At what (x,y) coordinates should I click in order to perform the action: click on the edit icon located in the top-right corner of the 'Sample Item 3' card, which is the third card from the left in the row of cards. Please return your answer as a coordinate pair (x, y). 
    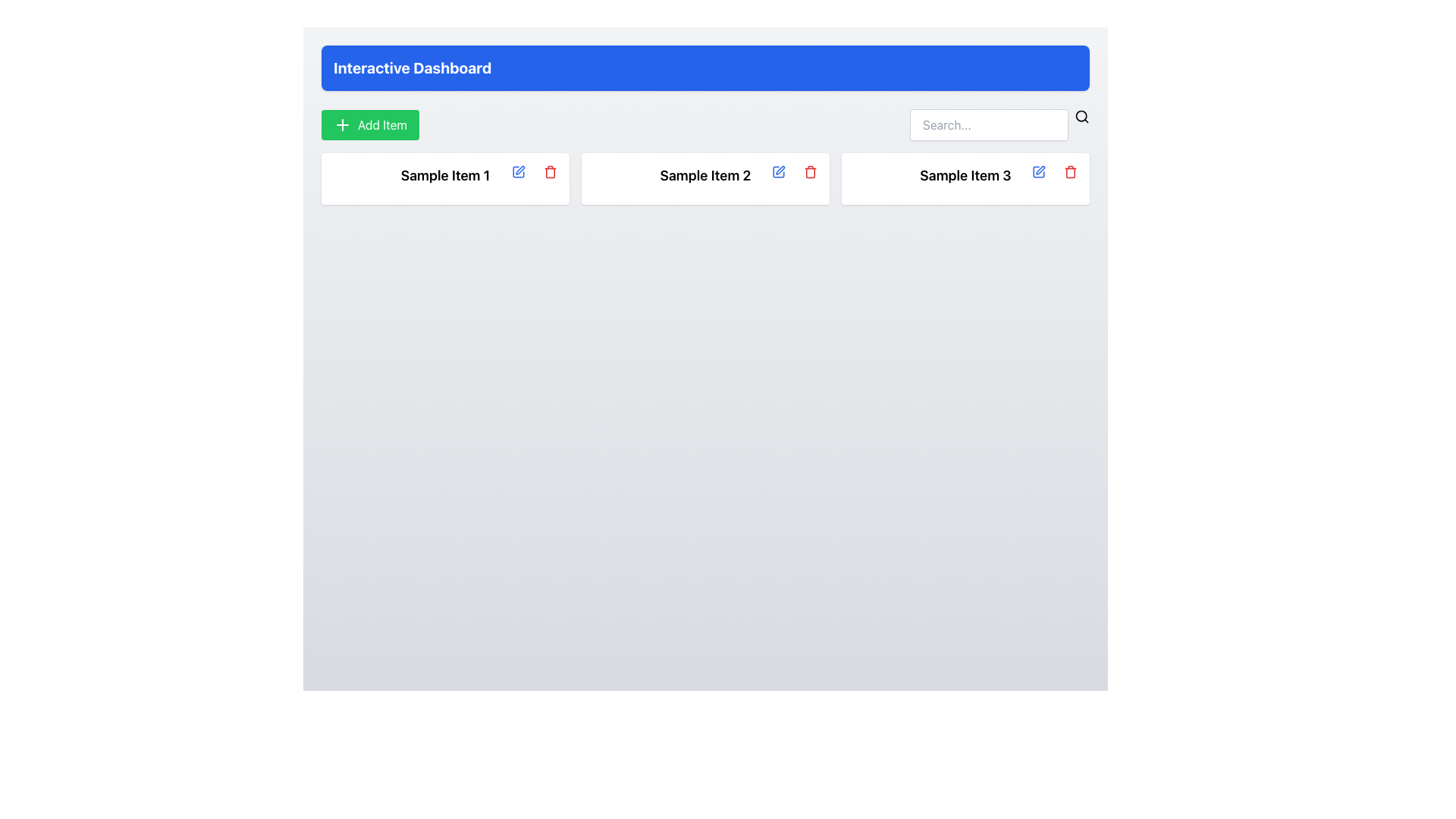
    Looking at the image, I should click on (1037, 171).